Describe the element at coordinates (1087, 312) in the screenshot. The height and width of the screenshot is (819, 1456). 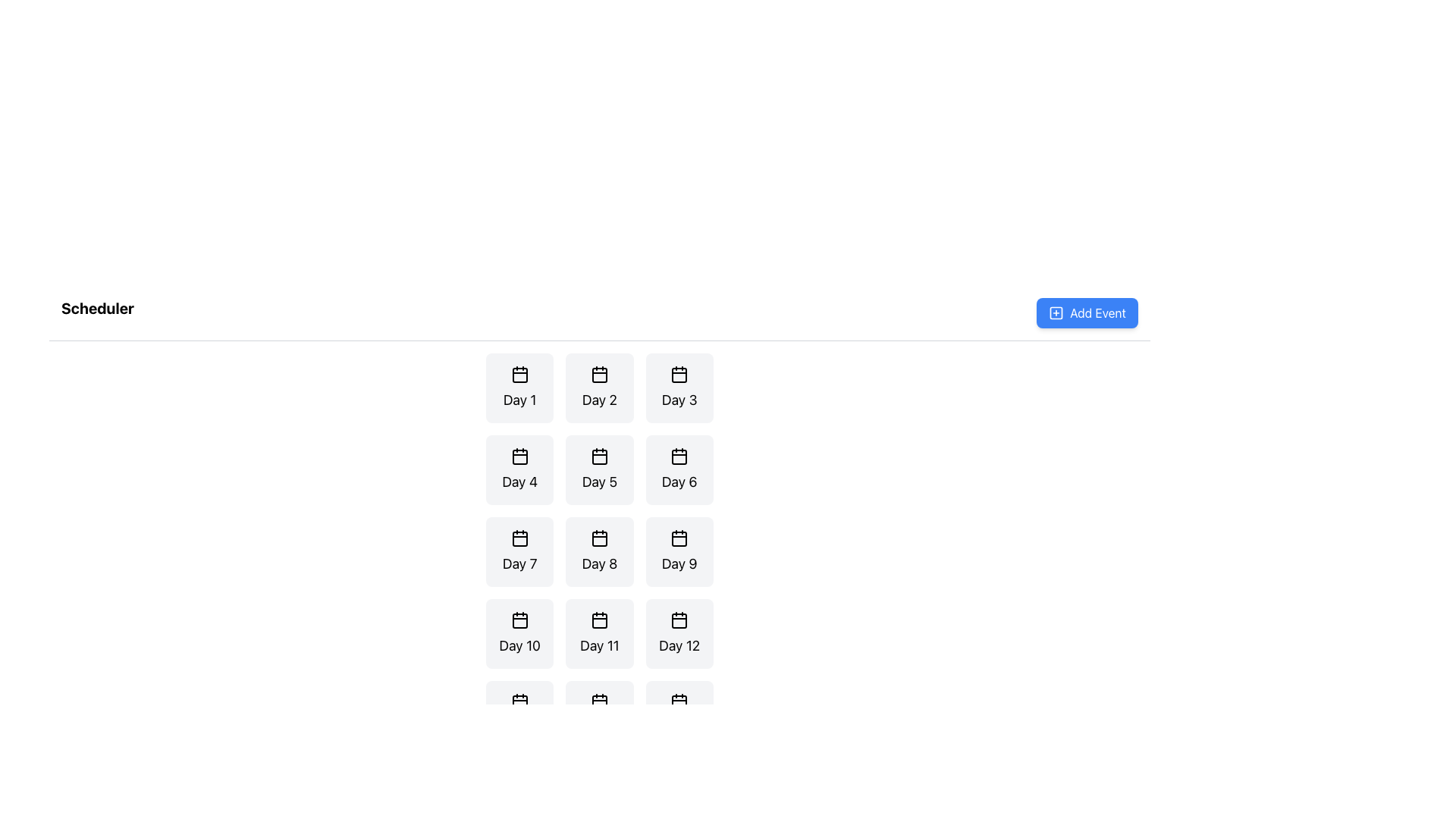
I see `the button located in the header section on the far right` at that location.